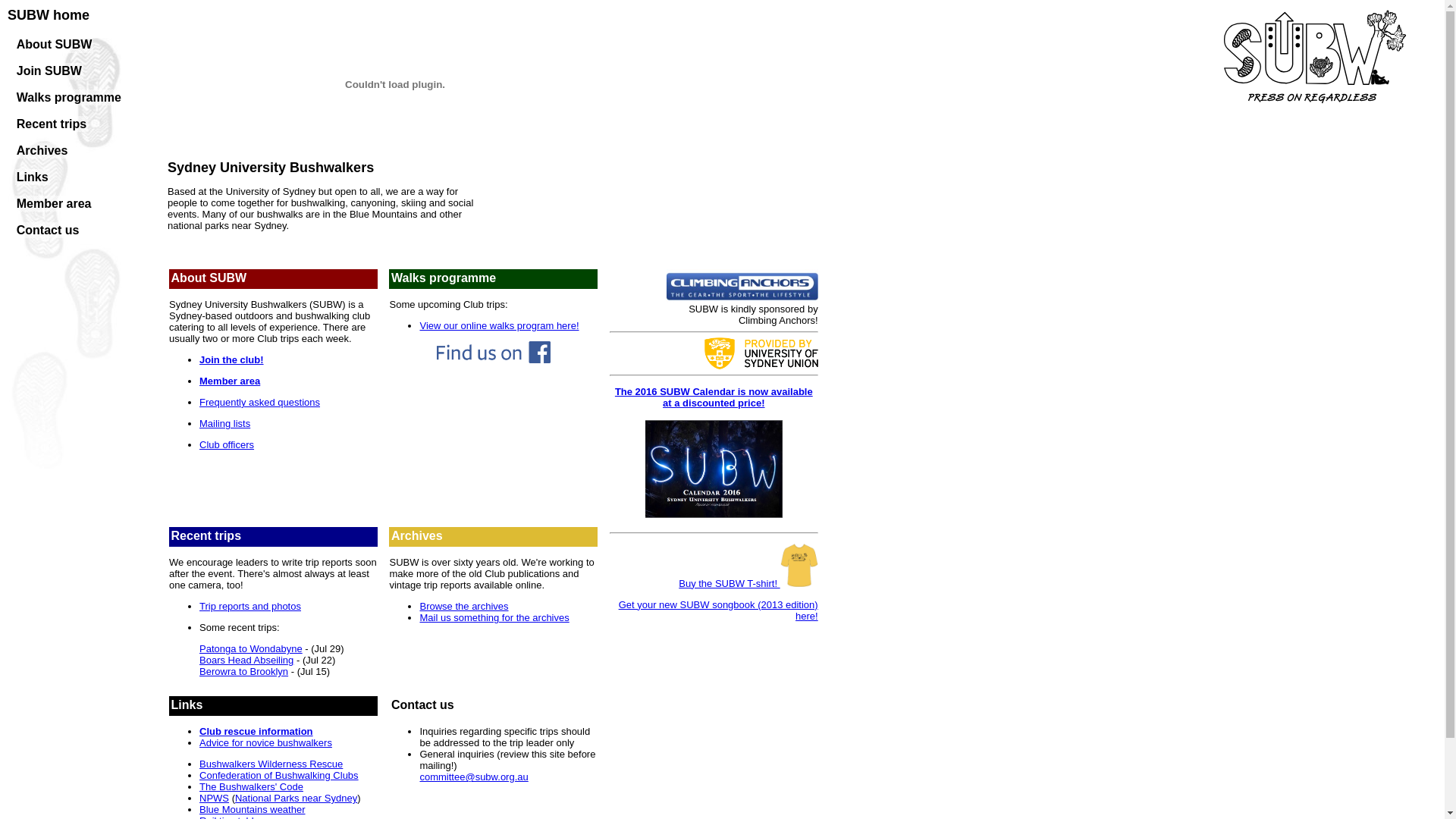 This screenshot has width=1456, height=819. I want to click on 'View our online walks program here!', so click(498, 325).